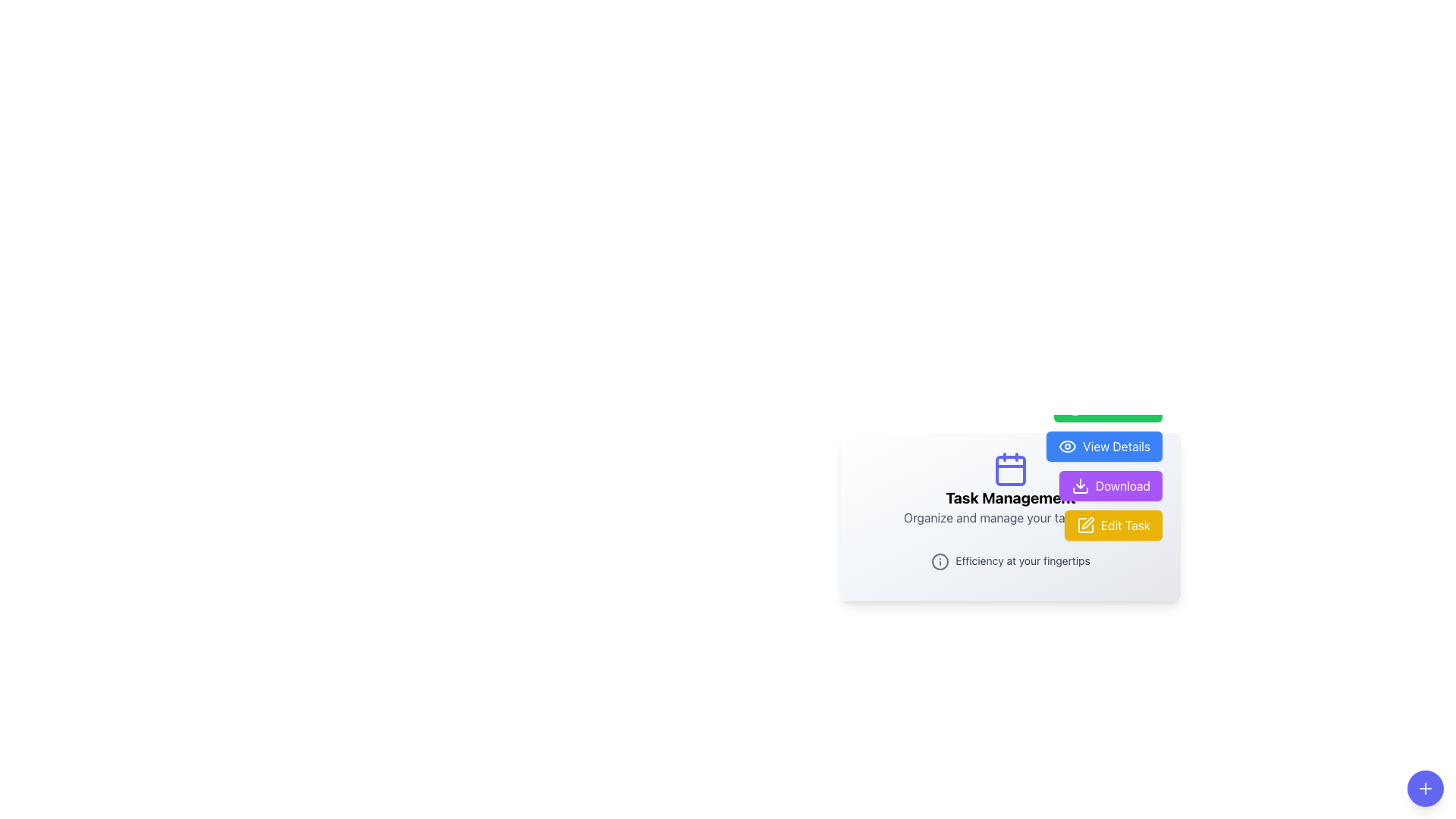 This screenshot has width=1456, height=819. I want to click on the informational icon located near the bottom-left corner of the main card layout, which is associated with the text 'Efficiency at your fingertips.', so click(940, 561).